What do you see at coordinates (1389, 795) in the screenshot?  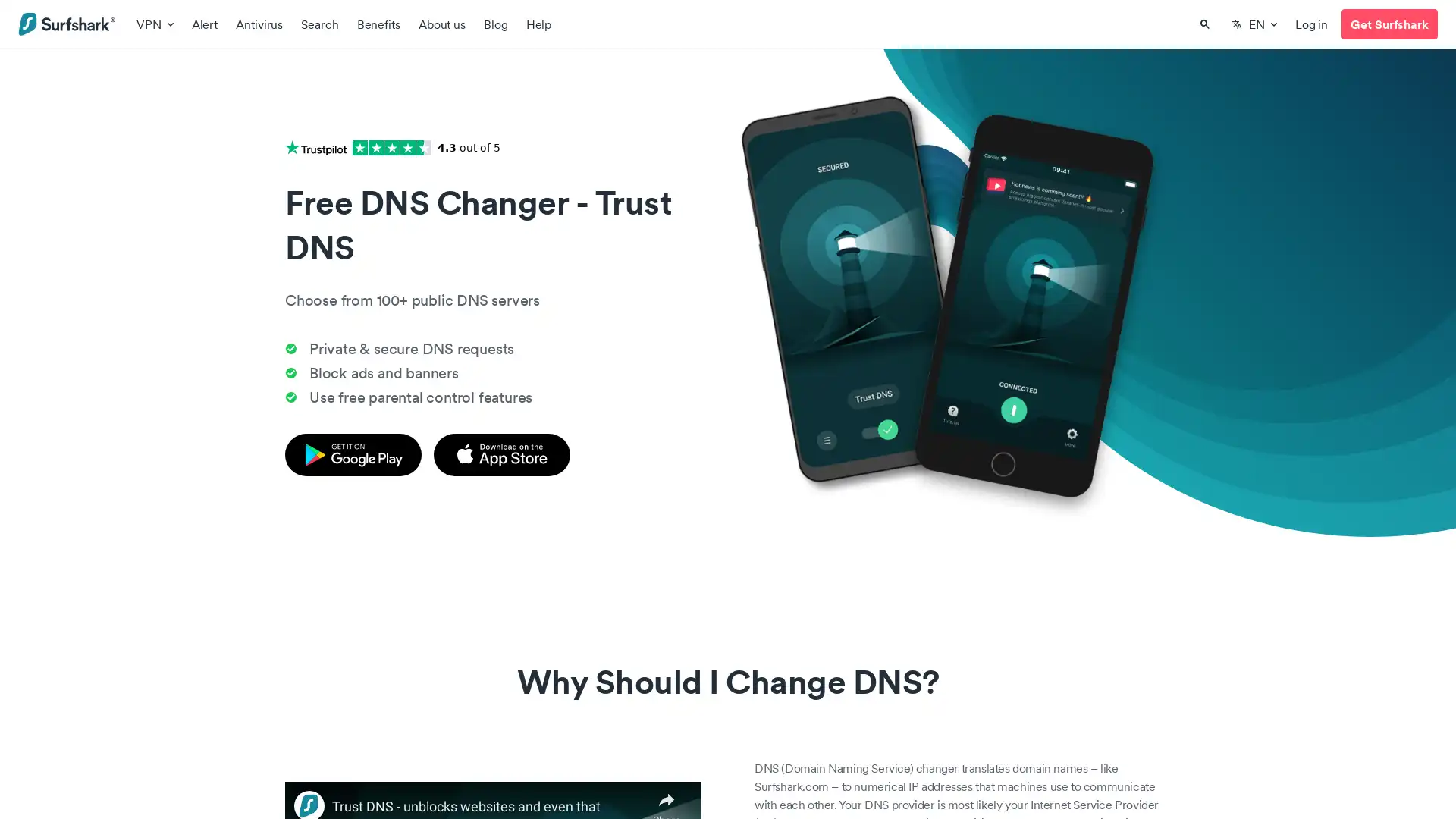 I see `loading Support` at bounding box center [1389, 795].